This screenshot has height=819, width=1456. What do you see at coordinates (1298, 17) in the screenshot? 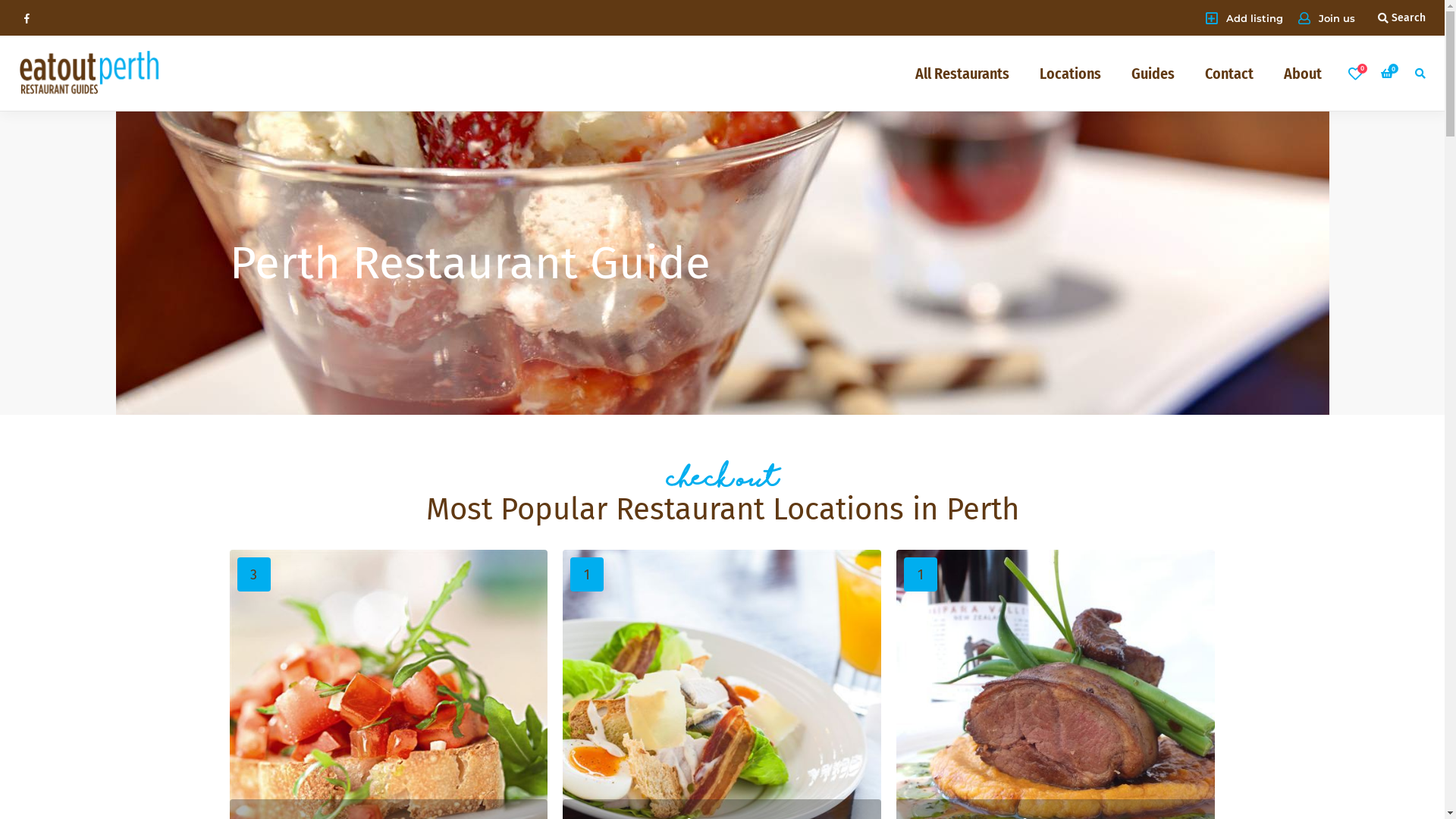
I see `'Join us'` at bounding box center [1298, 17].